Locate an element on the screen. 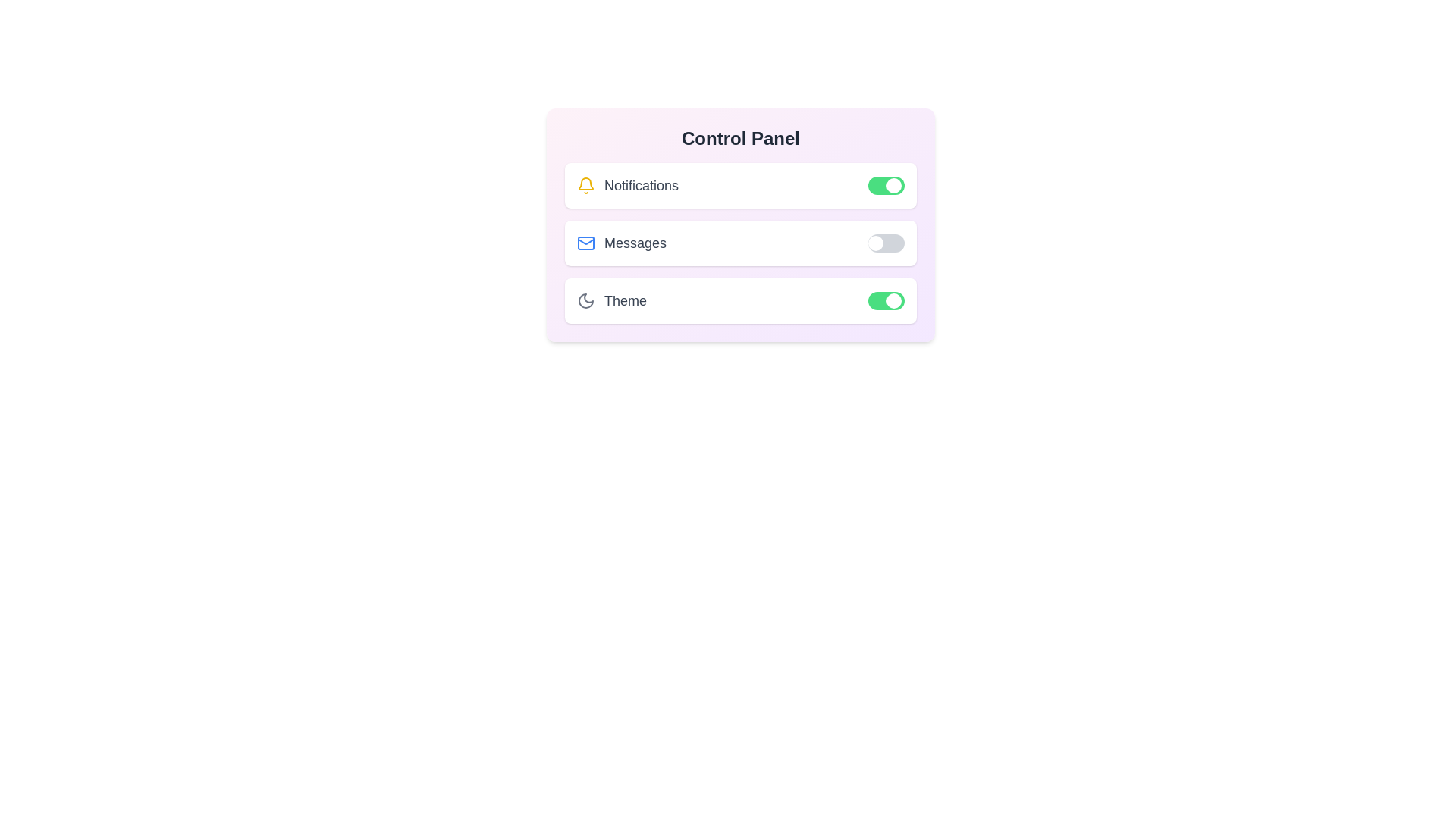 This screenshot has width=1456, height=819. the toggle switch knob located at the right side of the green toggle switch in the last row of the control panel labeled 'Theme' is located at coordinates (894, 301).